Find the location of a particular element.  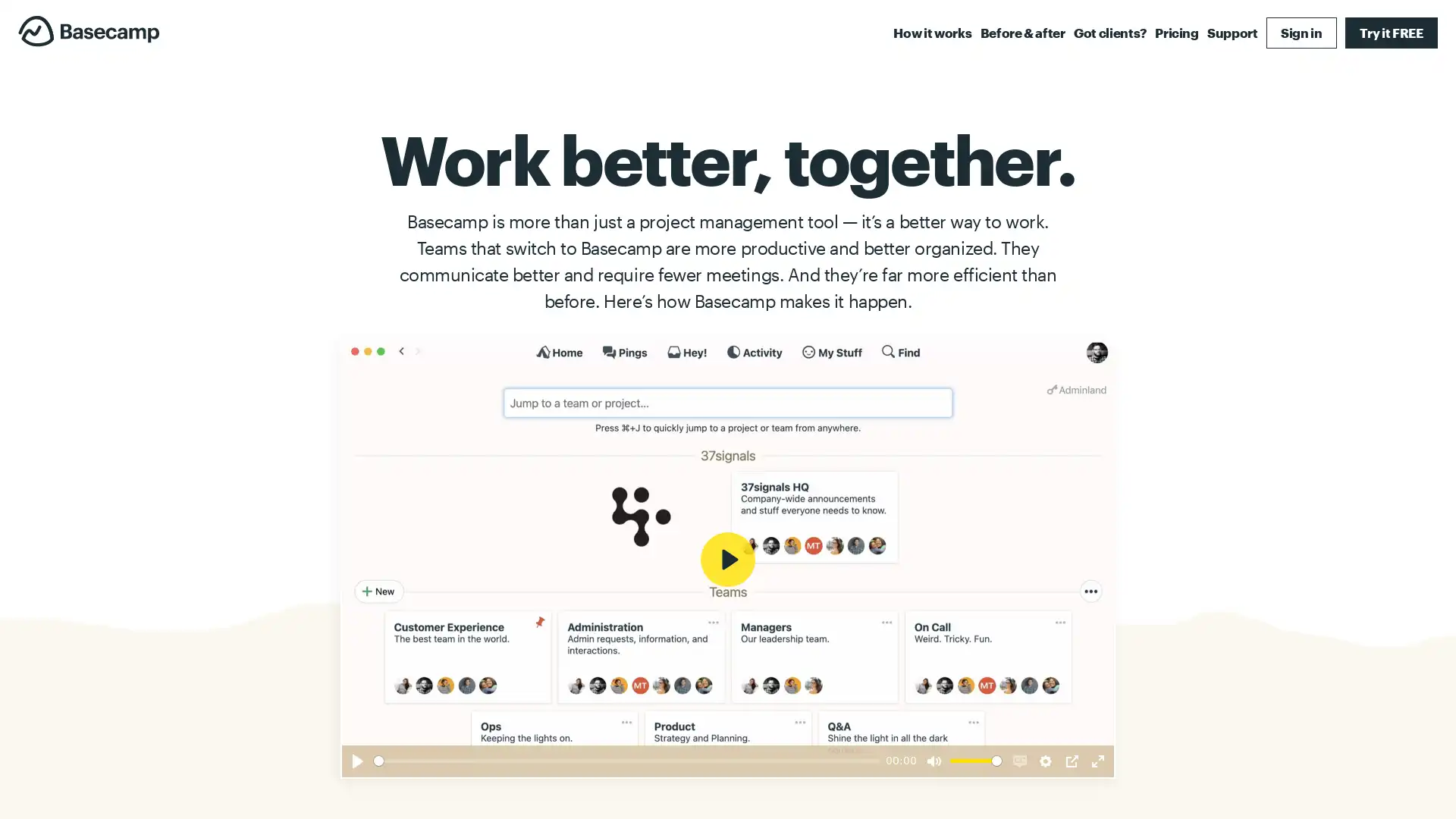

Mute is located at coordinates (934, 760).